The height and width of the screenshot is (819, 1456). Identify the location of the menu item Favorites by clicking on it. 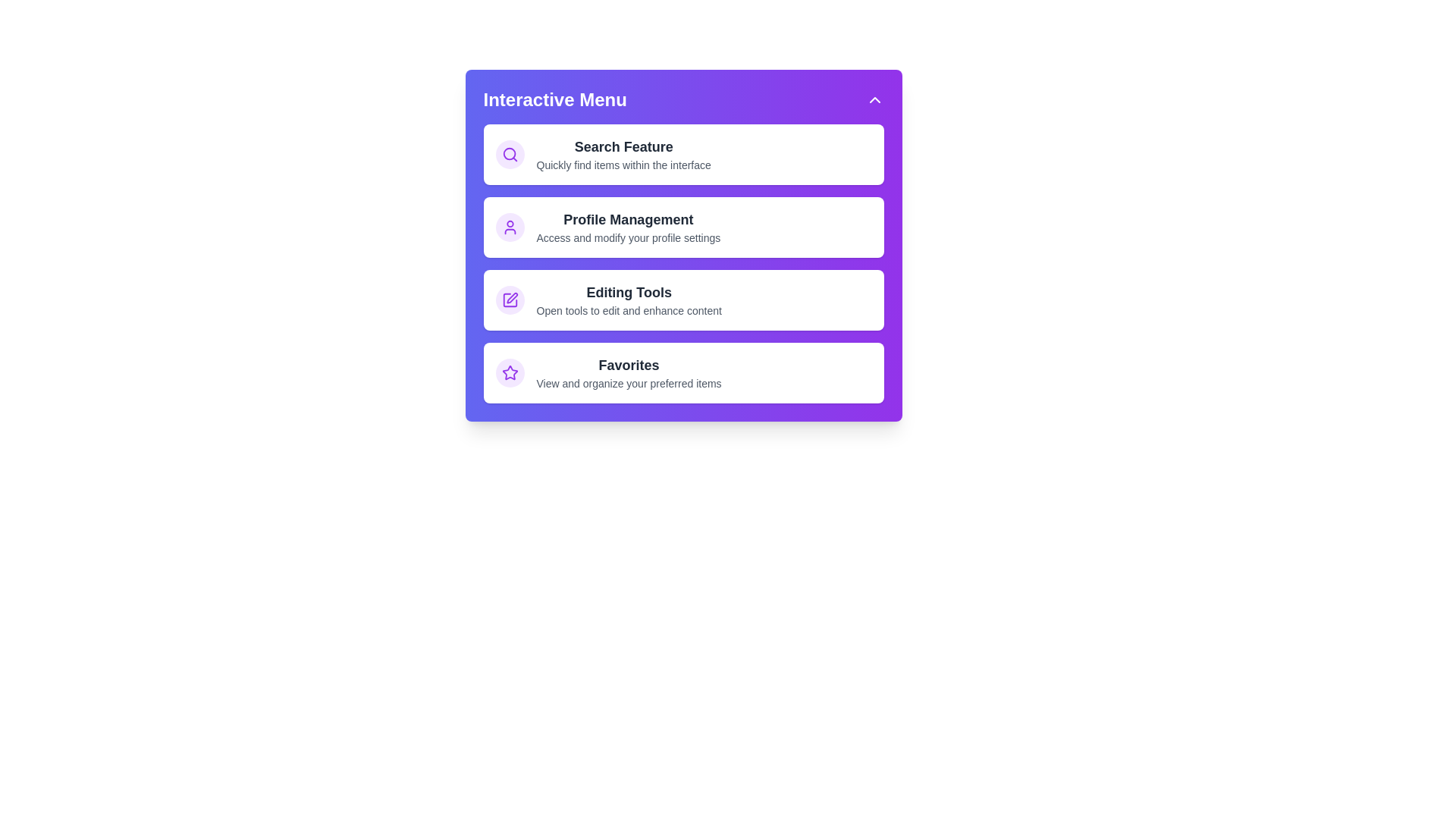
(682, 373).